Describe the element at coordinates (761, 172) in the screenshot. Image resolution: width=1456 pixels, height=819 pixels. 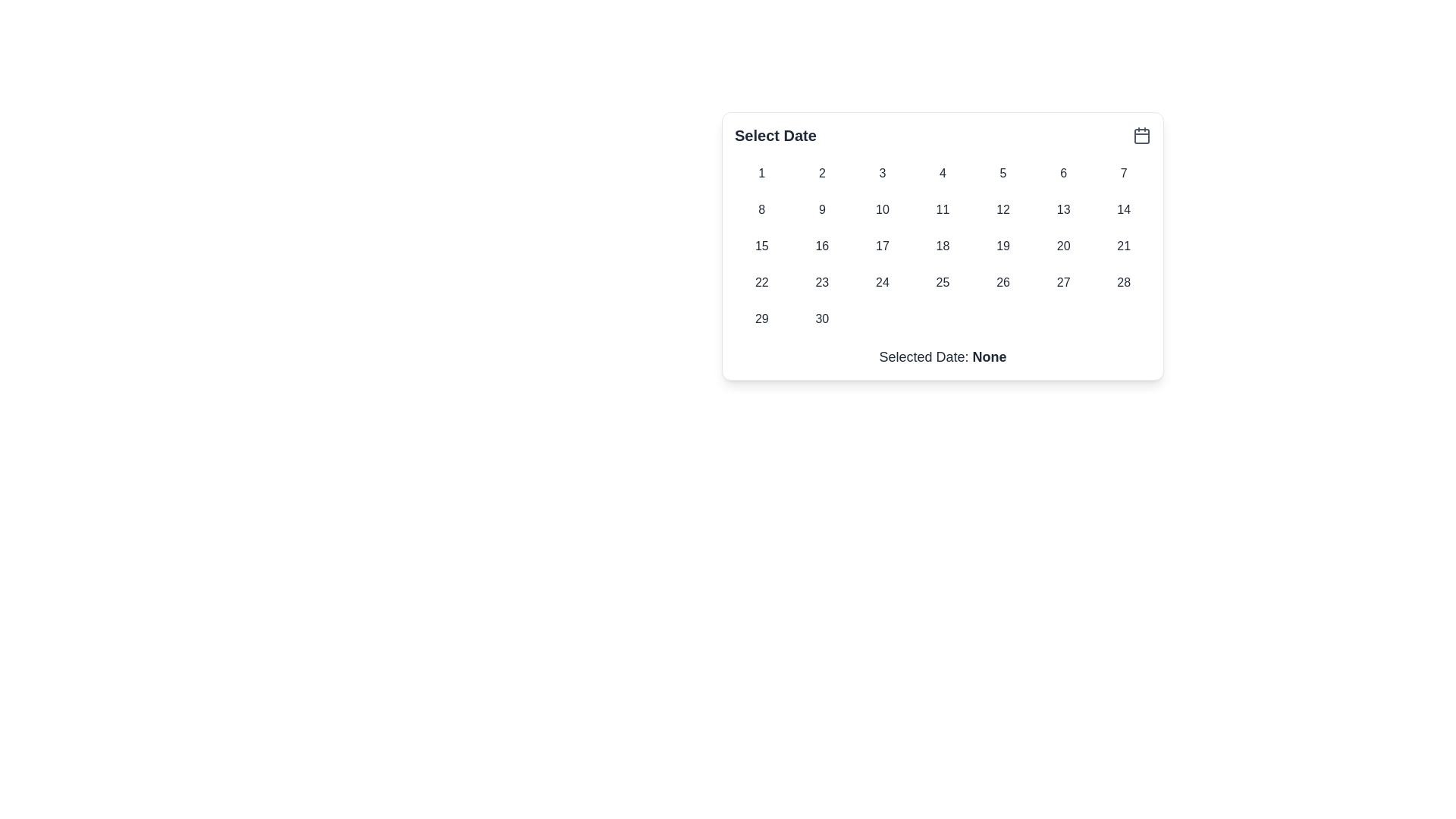
I see `the button labeled '1' in the first column of the first row of the calendar grid` at that location.